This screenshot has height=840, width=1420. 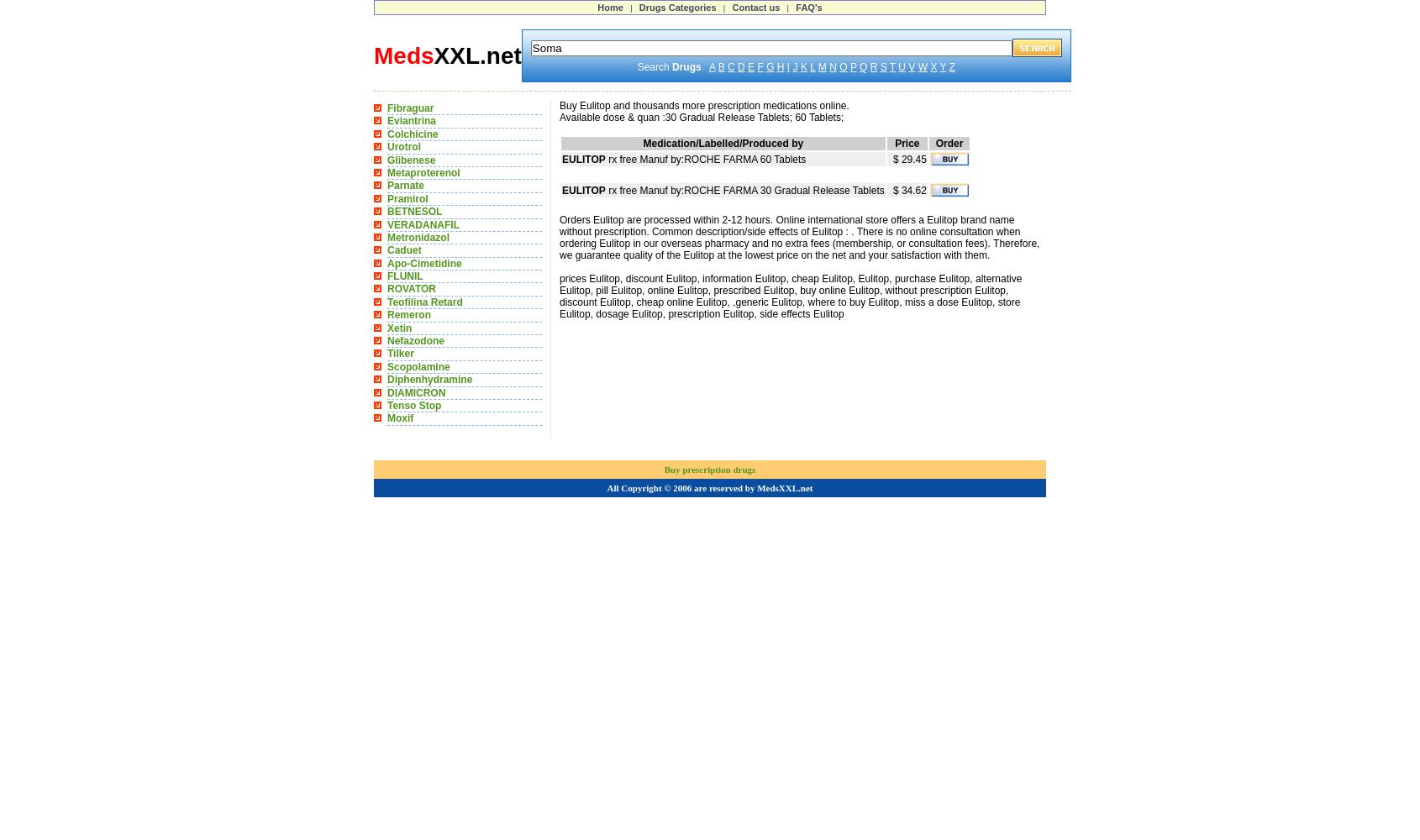 What do you see at coordinates (403, 147) in the screenshot?
I see `'Urotrol'` at bounding box center [403, 147].